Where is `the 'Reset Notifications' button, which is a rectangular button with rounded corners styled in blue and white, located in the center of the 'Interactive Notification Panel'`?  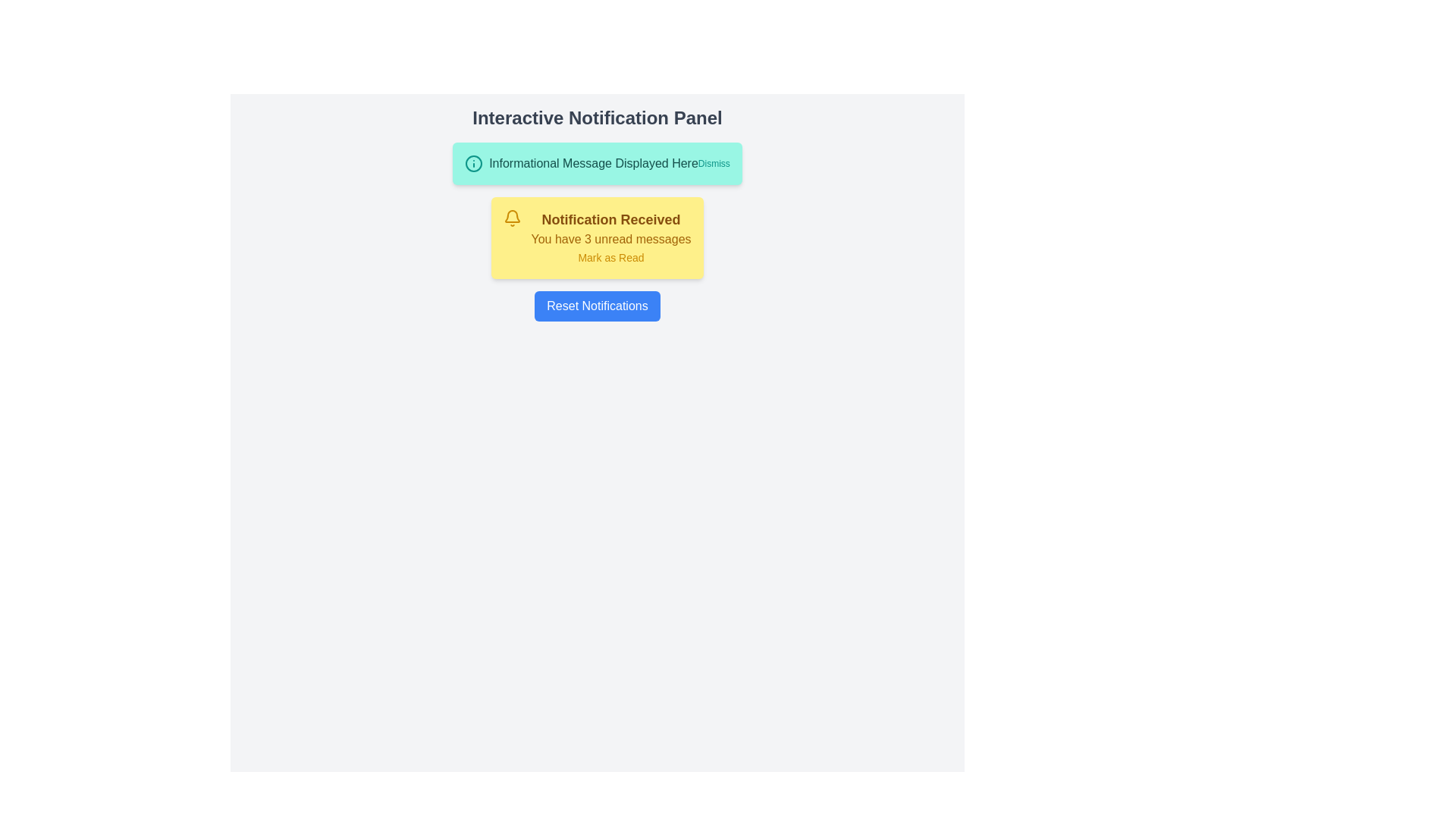 the 'Reset Notifications' button, which is a rectangular button with rounded corners styled in blue and white, located in the center of the 'Interactive Notification Panel' is located at coordinates (596, 306).